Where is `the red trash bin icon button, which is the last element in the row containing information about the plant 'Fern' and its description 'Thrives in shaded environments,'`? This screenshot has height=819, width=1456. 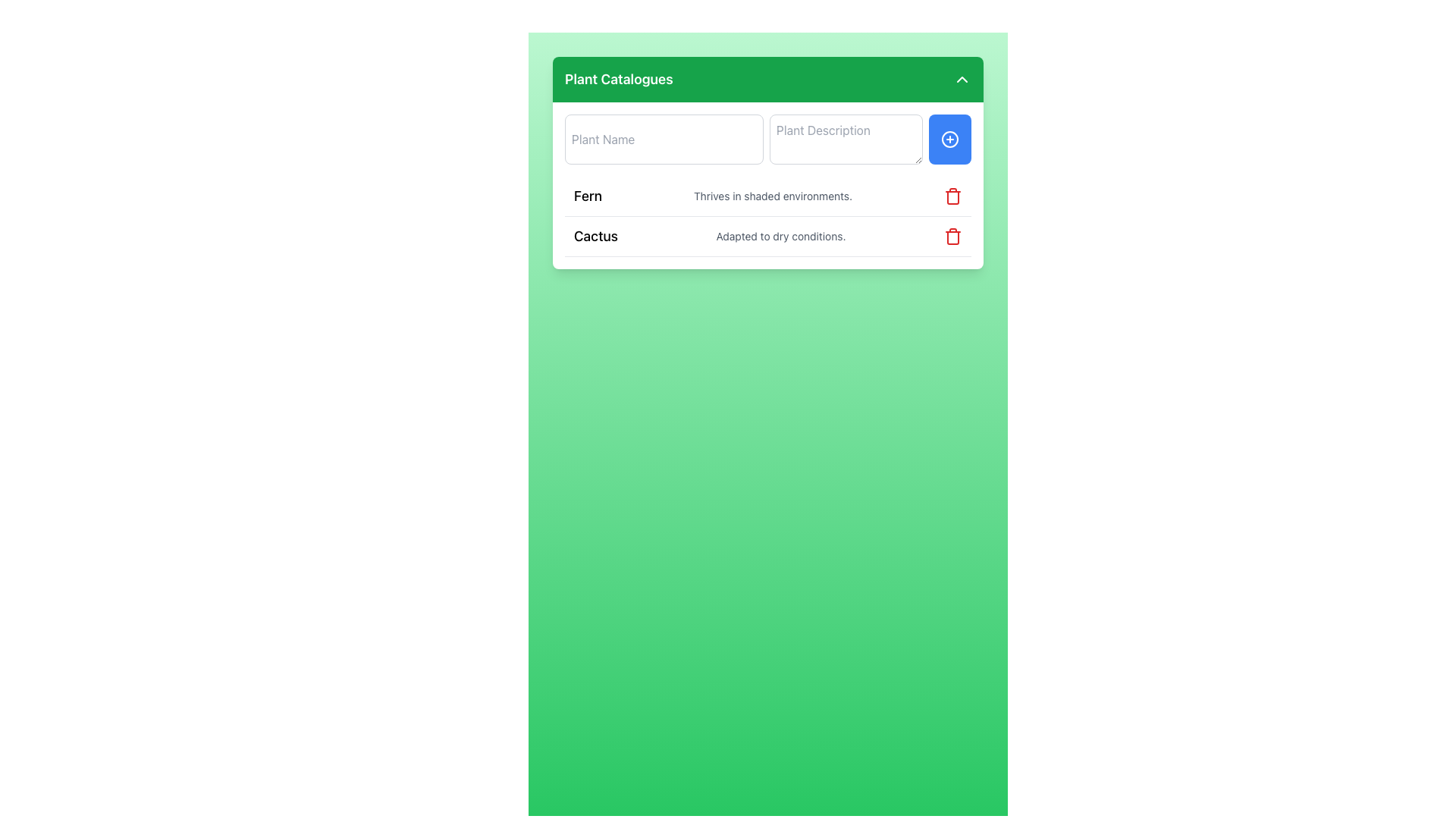
the red trash bin icon button, which is the last element in the row containing information about the plant 'Fern' and its description 'Thrives in shaded environments,' is located at coordinates (952, 195).